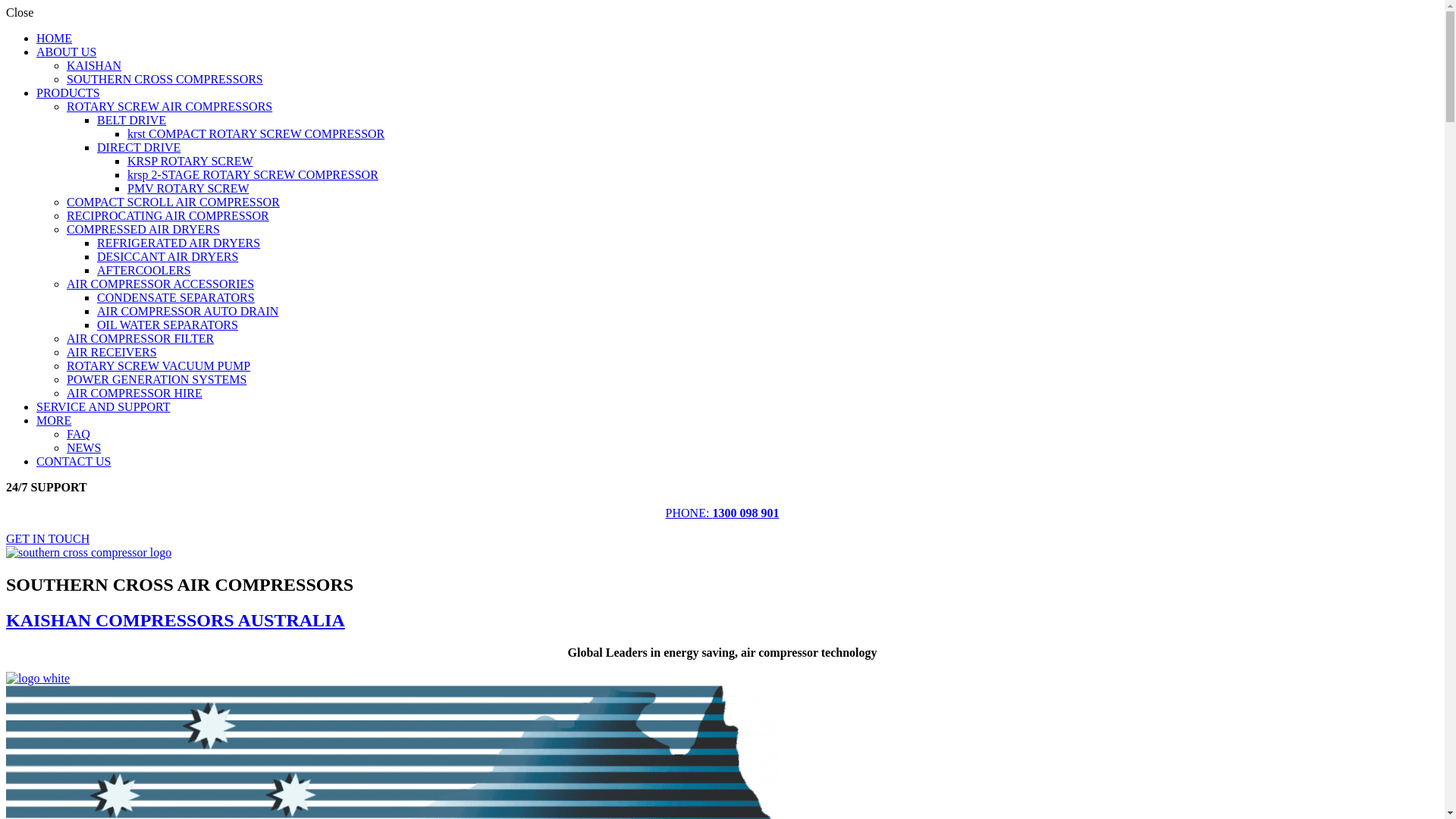  What do you see at coordinates (54, 37) in the screenshot?
I see `'HOME'` at bounding box center [54, 37].